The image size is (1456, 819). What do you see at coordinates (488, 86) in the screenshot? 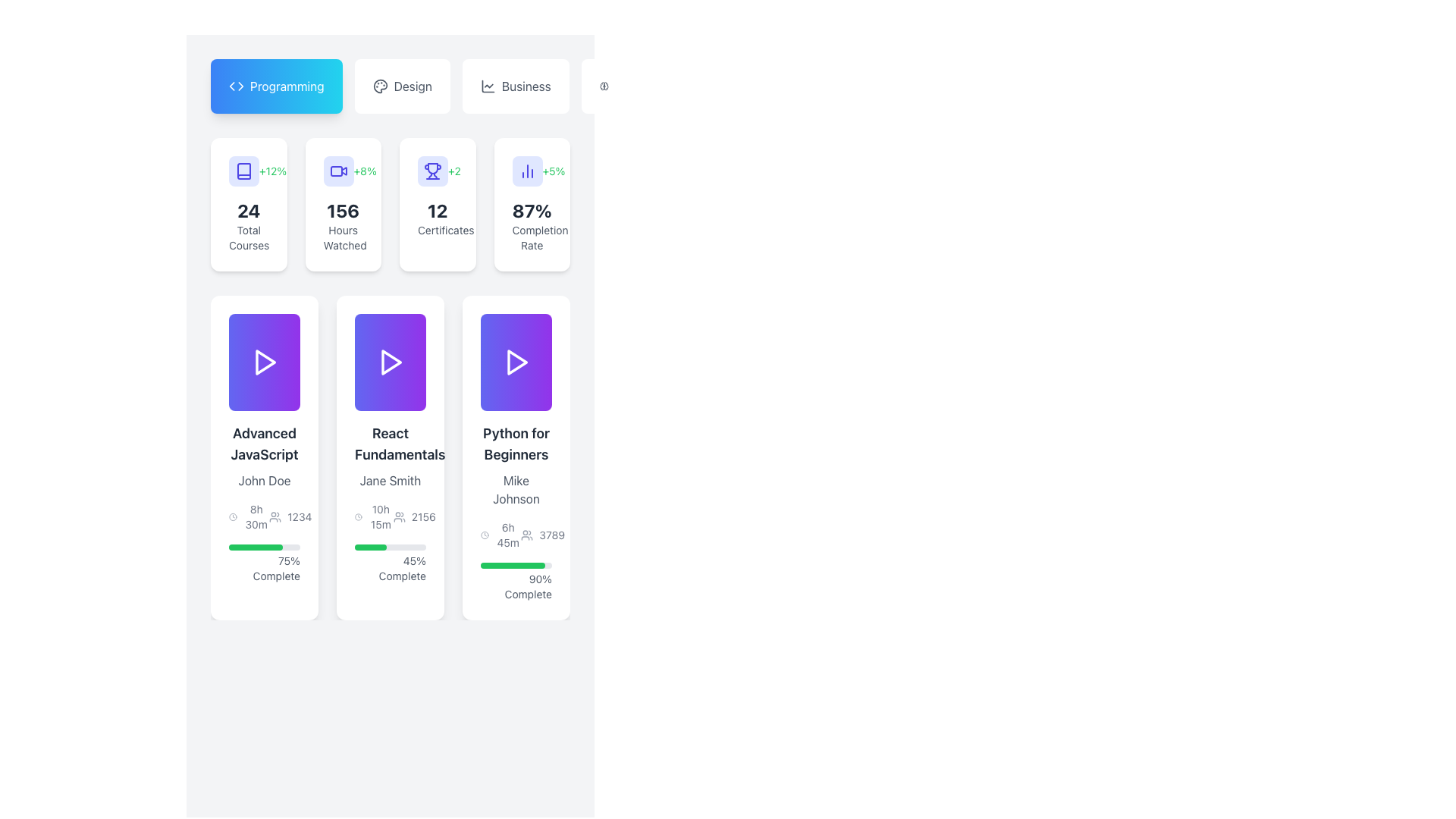
I see `the visual representation of the chart icon within the 'Business' button, which is styled with a minimalistic appearance and positioned to the left of the button text` at bounding box center [488, 86].